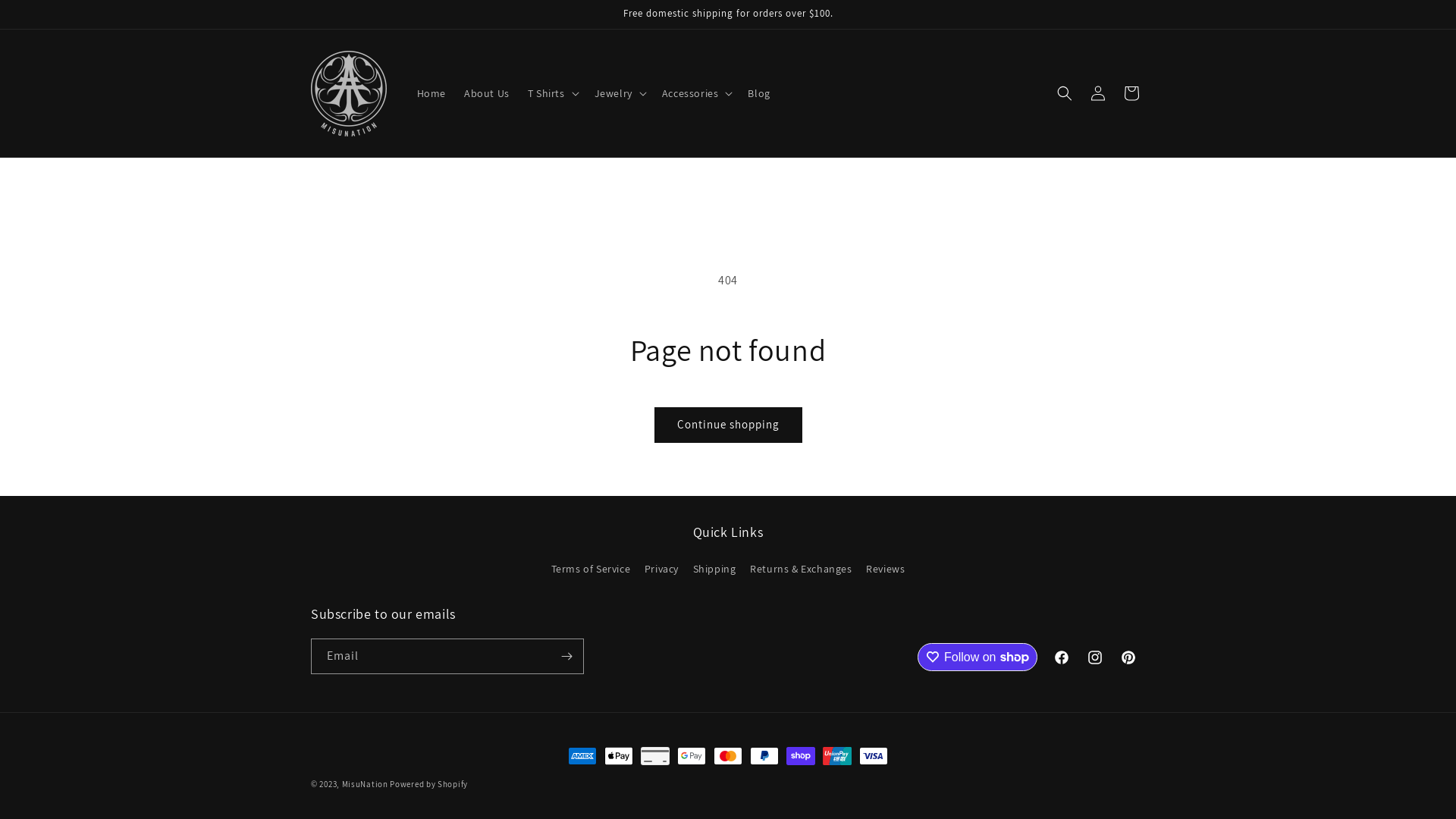 This screenshot has height=819, width=1456. What do you see at coordinates (714, 569) in the screenshot?
I see `'Shipping'` at bounding box center [714, 569].